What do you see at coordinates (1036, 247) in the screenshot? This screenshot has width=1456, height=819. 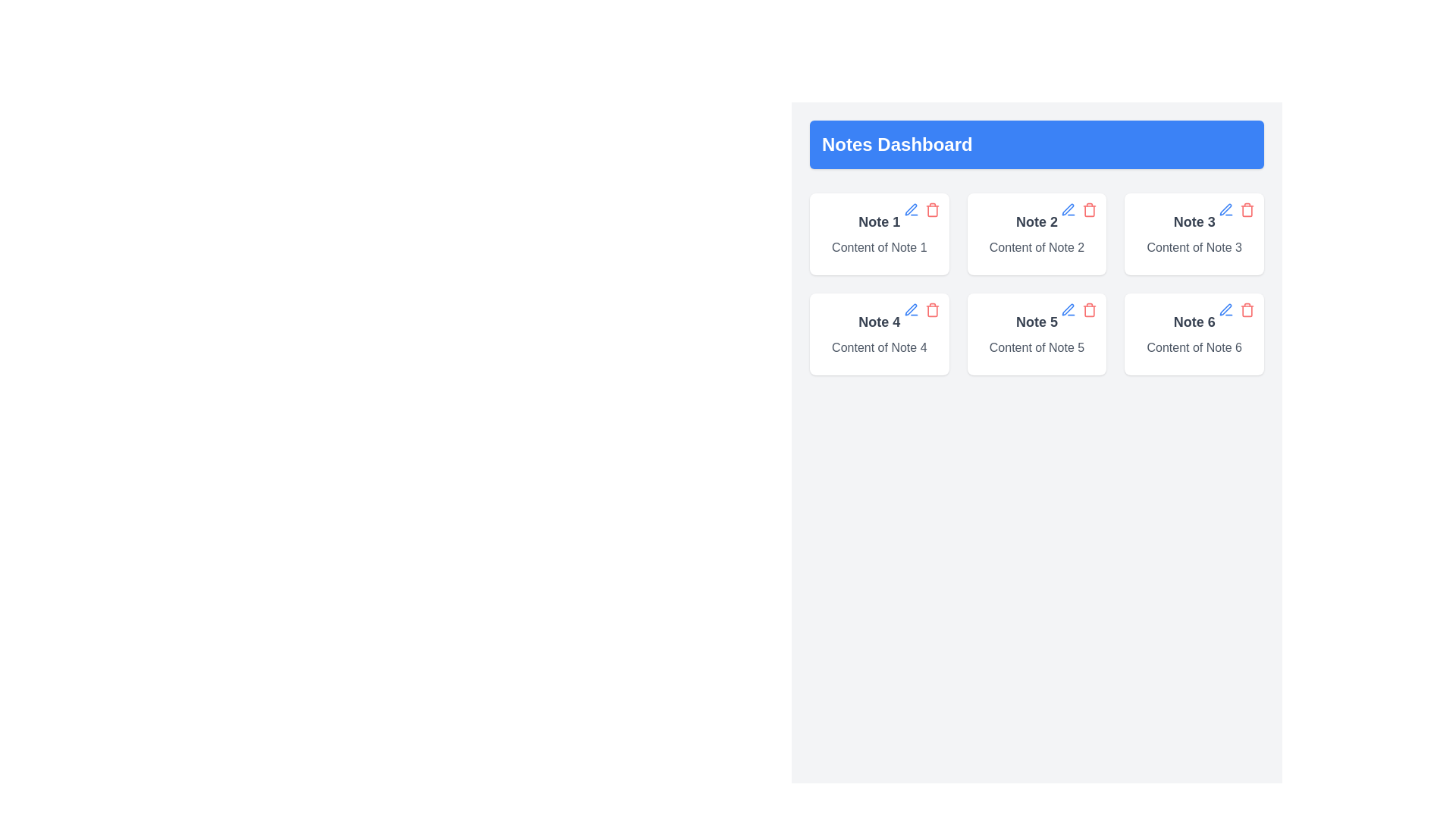 I see `the informational text label displaying the details of 'Note 2', which is located in the second card of the notes grid, positioned below the title 'Note 2'` at bounding box center [1036, 247].